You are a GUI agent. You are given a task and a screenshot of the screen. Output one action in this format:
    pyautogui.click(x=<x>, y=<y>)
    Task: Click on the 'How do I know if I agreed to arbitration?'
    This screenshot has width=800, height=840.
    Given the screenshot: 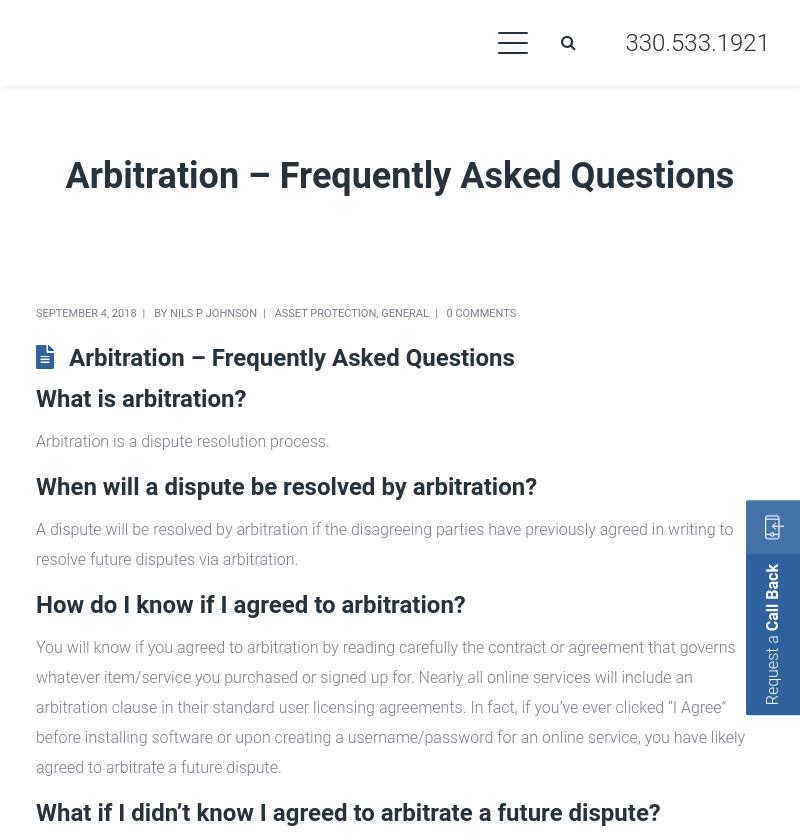 What is the action you would take?
    pyautogui.click(x=249, y=604)
    